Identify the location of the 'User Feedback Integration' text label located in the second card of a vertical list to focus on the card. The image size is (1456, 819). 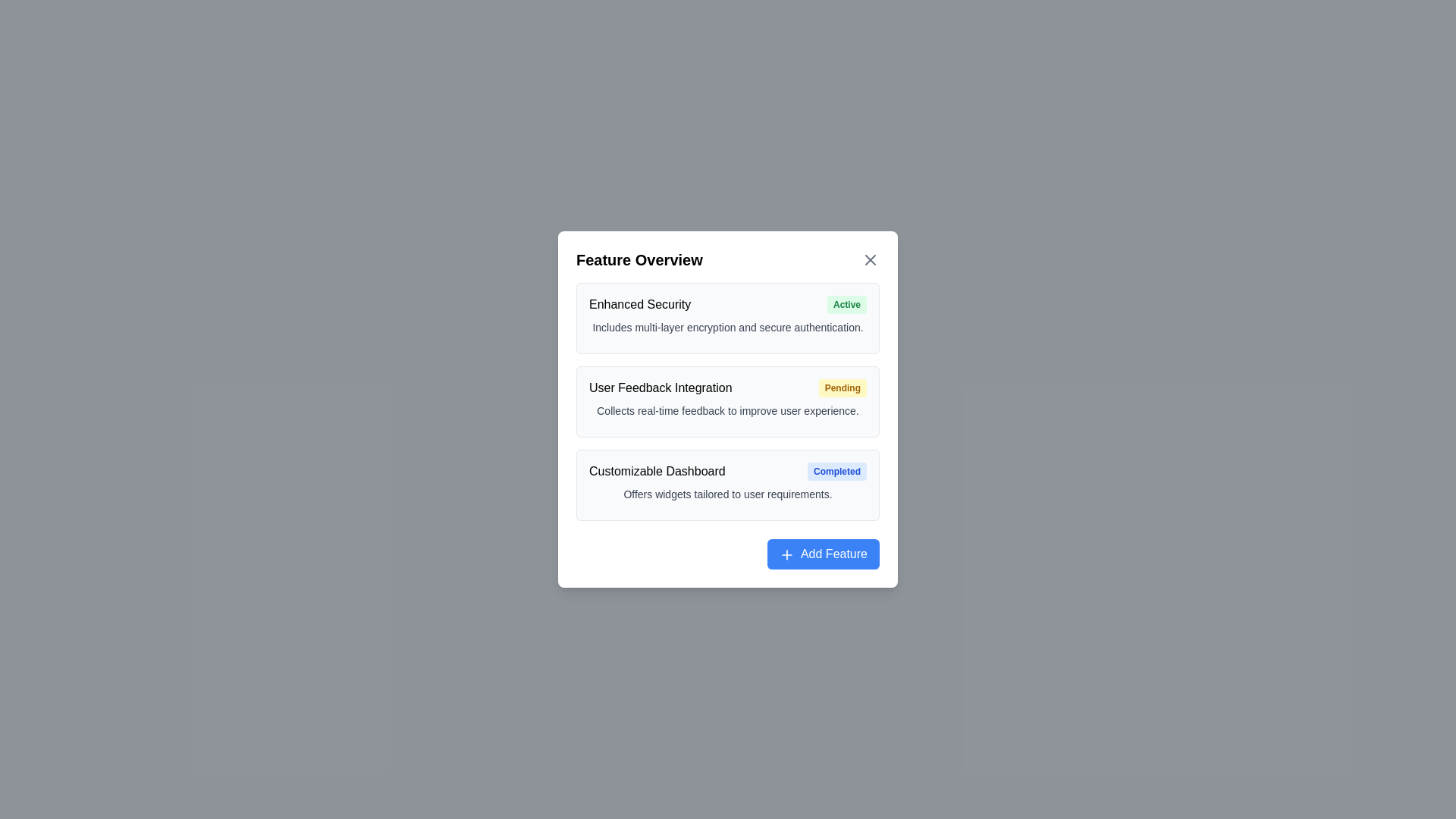
(660, 388).